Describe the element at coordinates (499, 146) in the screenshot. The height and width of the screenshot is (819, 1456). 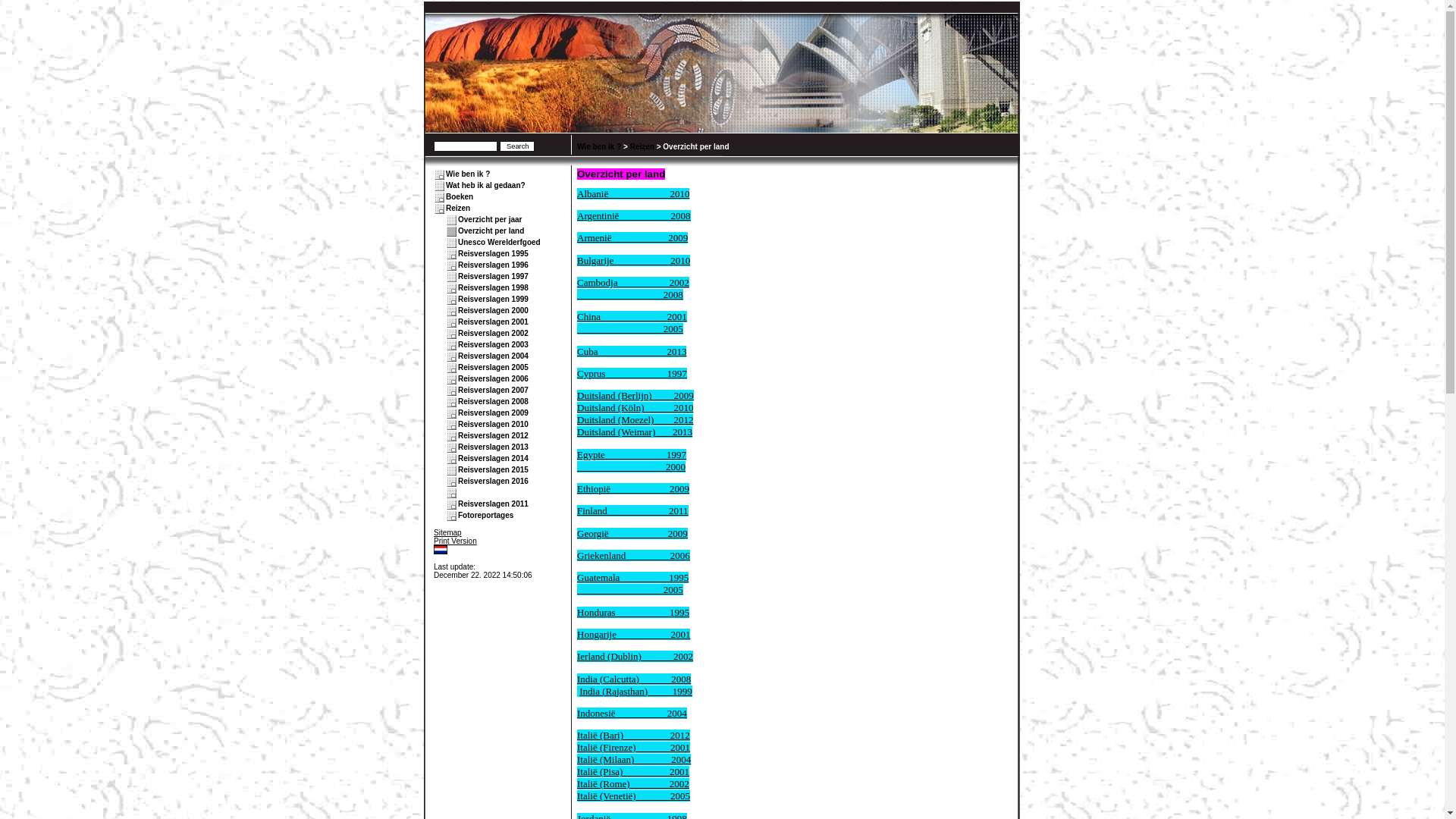
I see `'Search'` at that location.